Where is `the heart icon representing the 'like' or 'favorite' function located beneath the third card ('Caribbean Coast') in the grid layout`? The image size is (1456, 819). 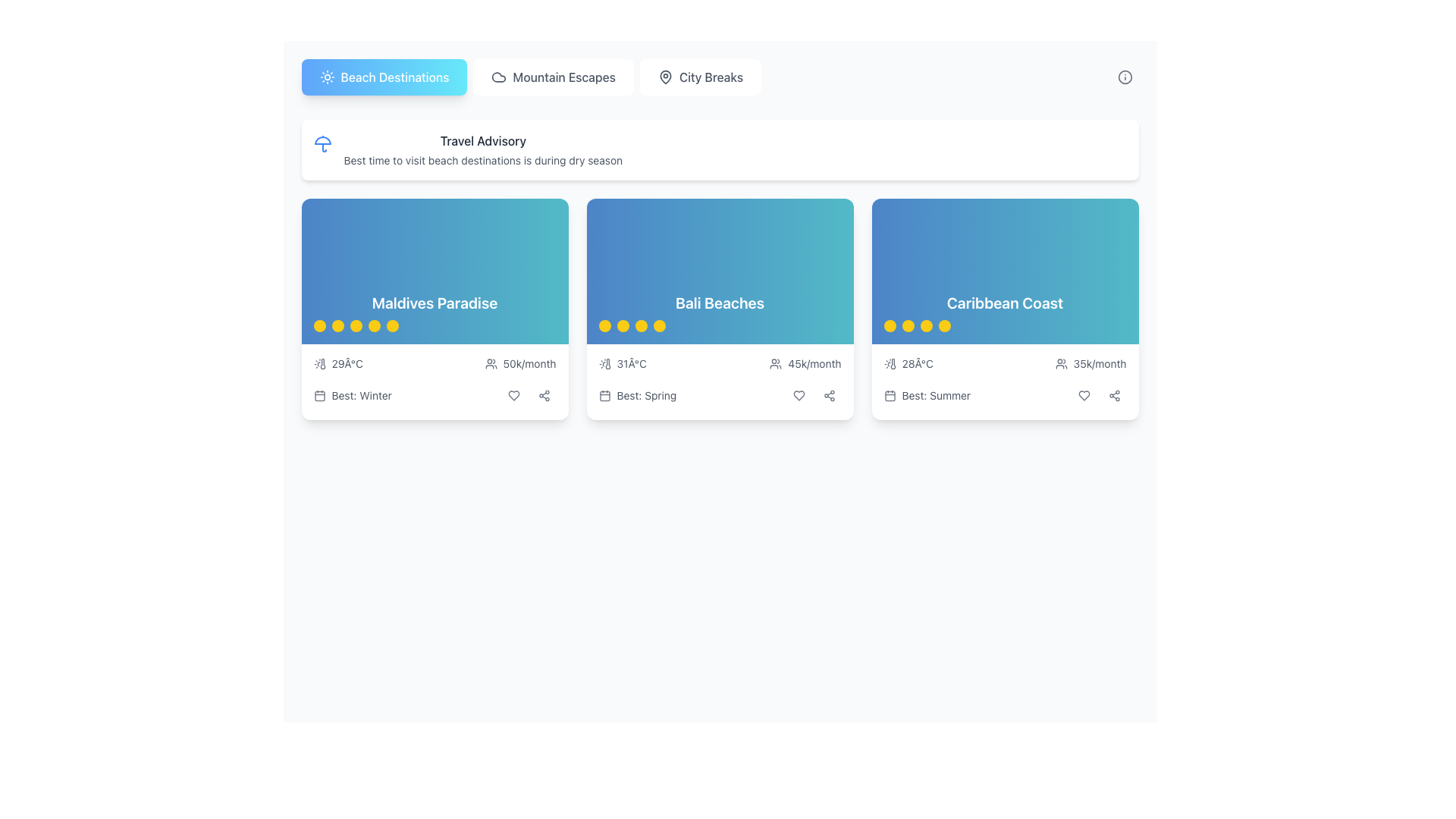 the heart icon representing the 'like' or 'favorite' function located beneath the third card ('Caribbean Coast') in the grid layout is located at coordinates (1083, 394).